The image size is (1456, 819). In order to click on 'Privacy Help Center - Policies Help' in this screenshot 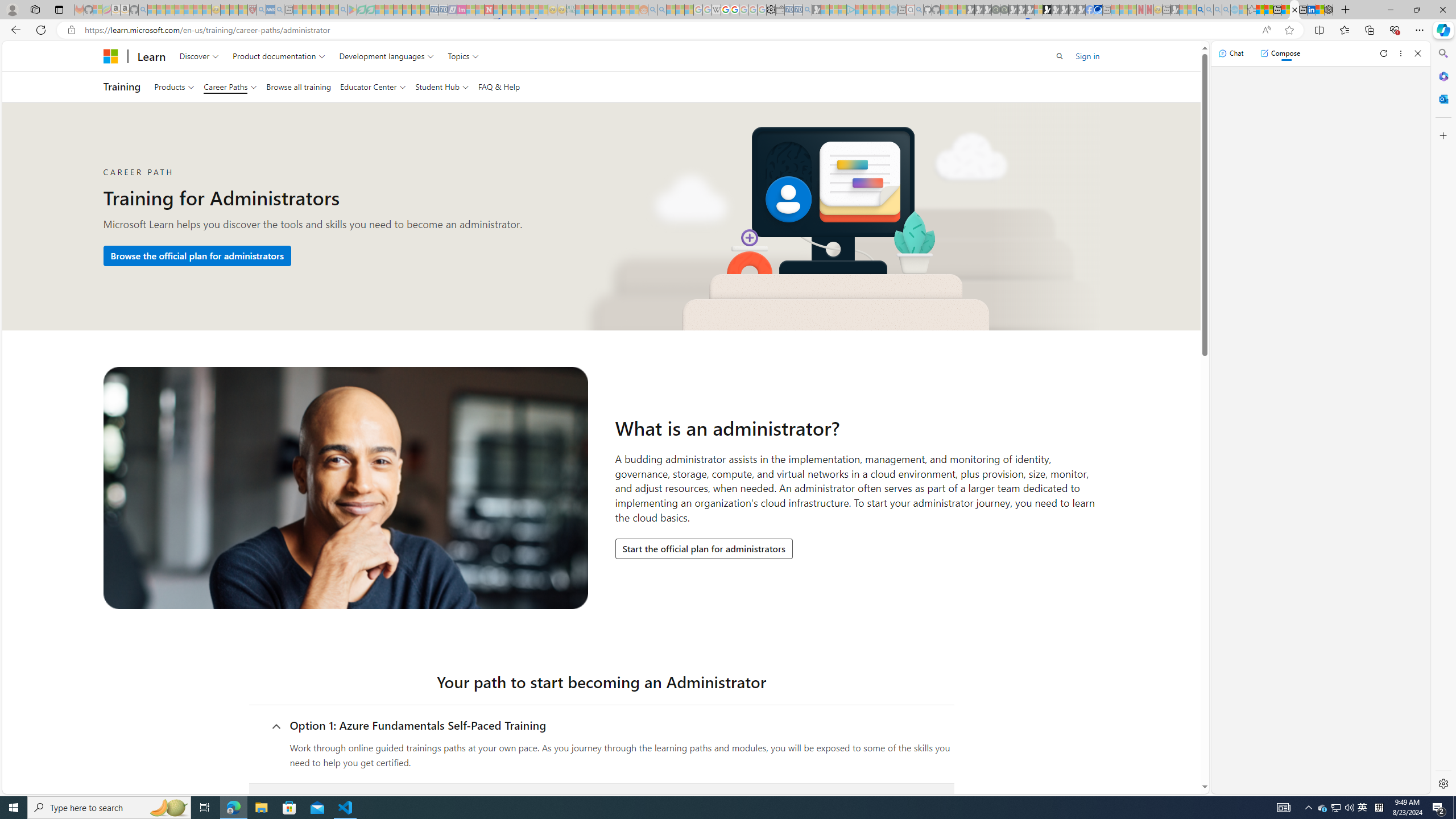, I will do `click(725, 9)`.